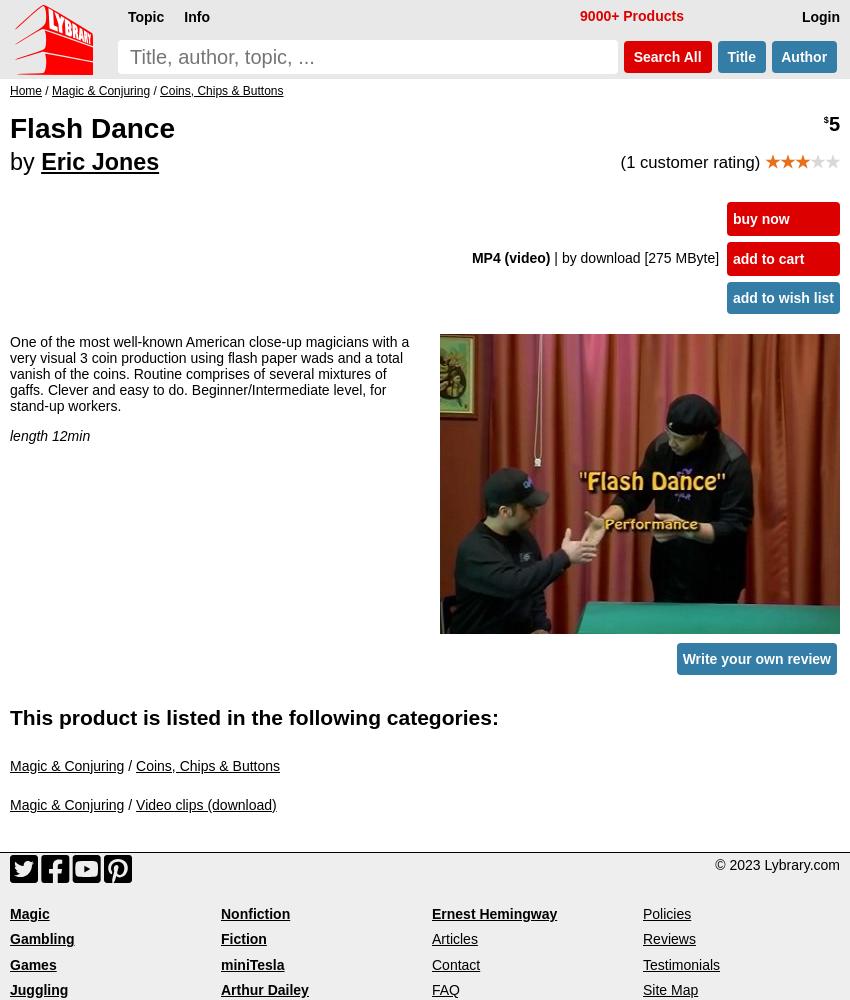 This screenshot has width=850, height=1000. Describe the element at coordinates (511, 257) in the screenshot. I see `'MP4 (video)'` at that location.